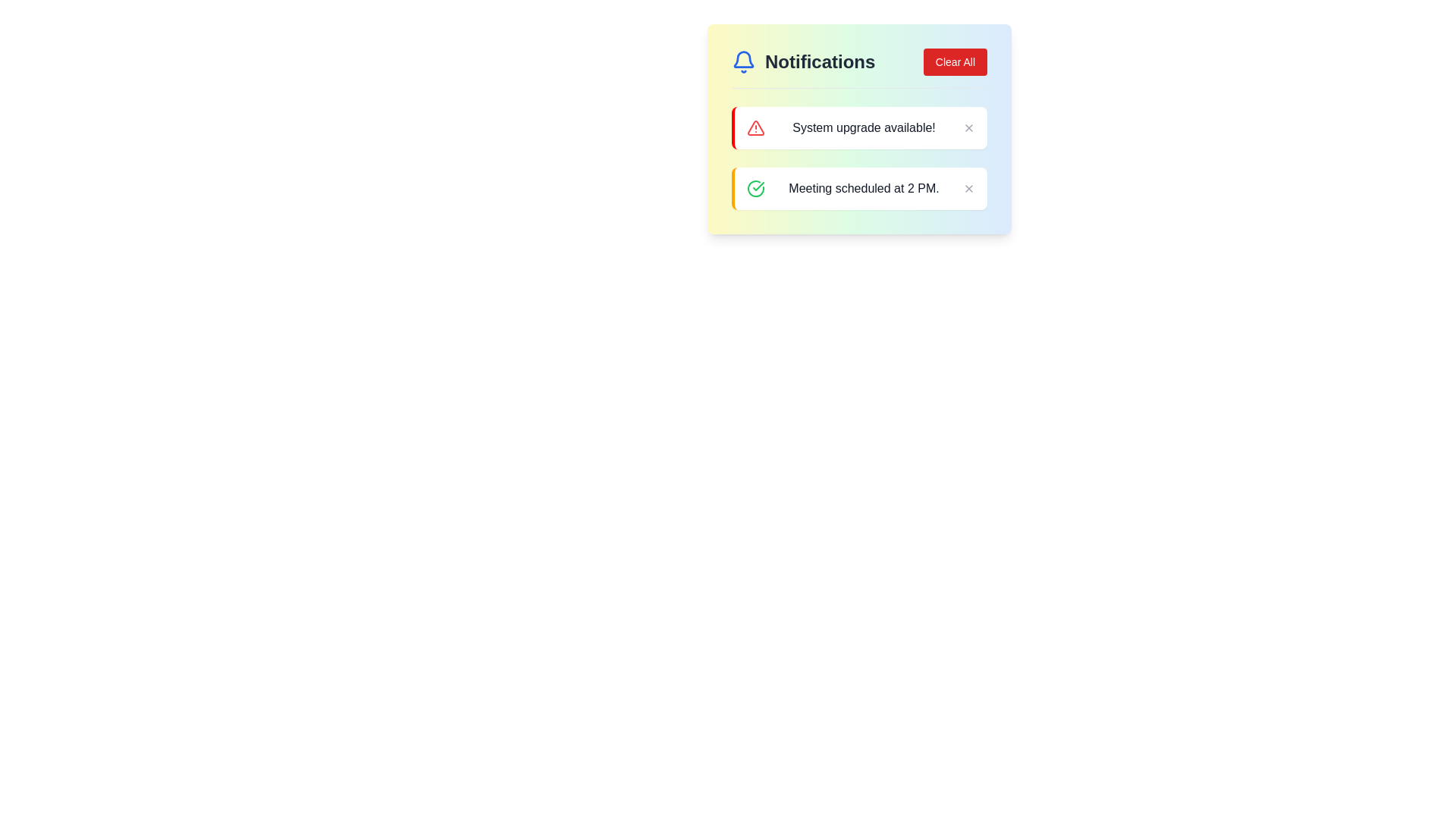 The image size is (1456, 819). I want to click on displayed alert message from the notification bar that shows 'System upgrade available!', so click(859, 127).